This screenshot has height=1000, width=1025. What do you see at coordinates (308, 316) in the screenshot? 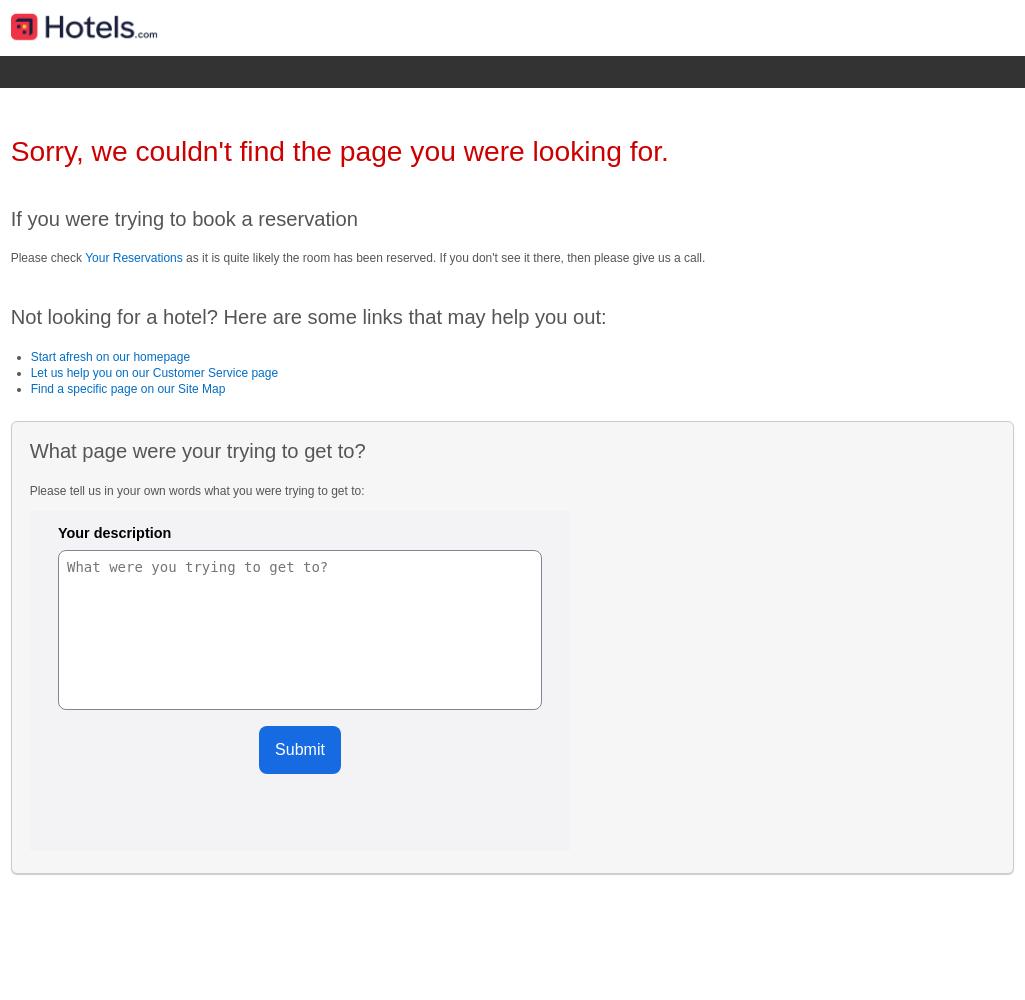
I see `'Not looking for a hotel? Here are some links that may help you out:'` at bounding box center [308, 316].